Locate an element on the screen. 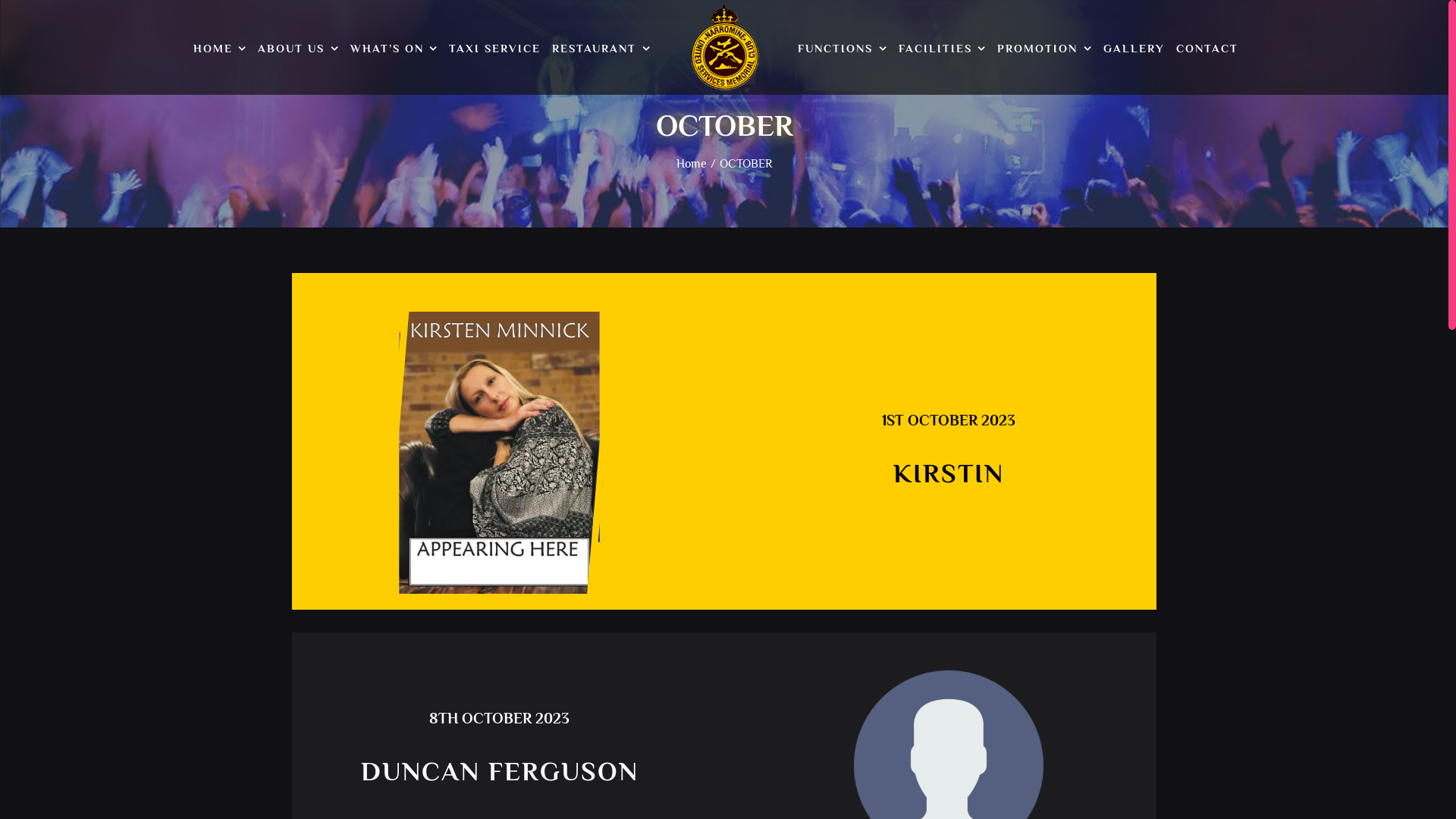 This screenshot has width=1456, height=819. 'FACILITIES' is located at coordinates (942, 49).